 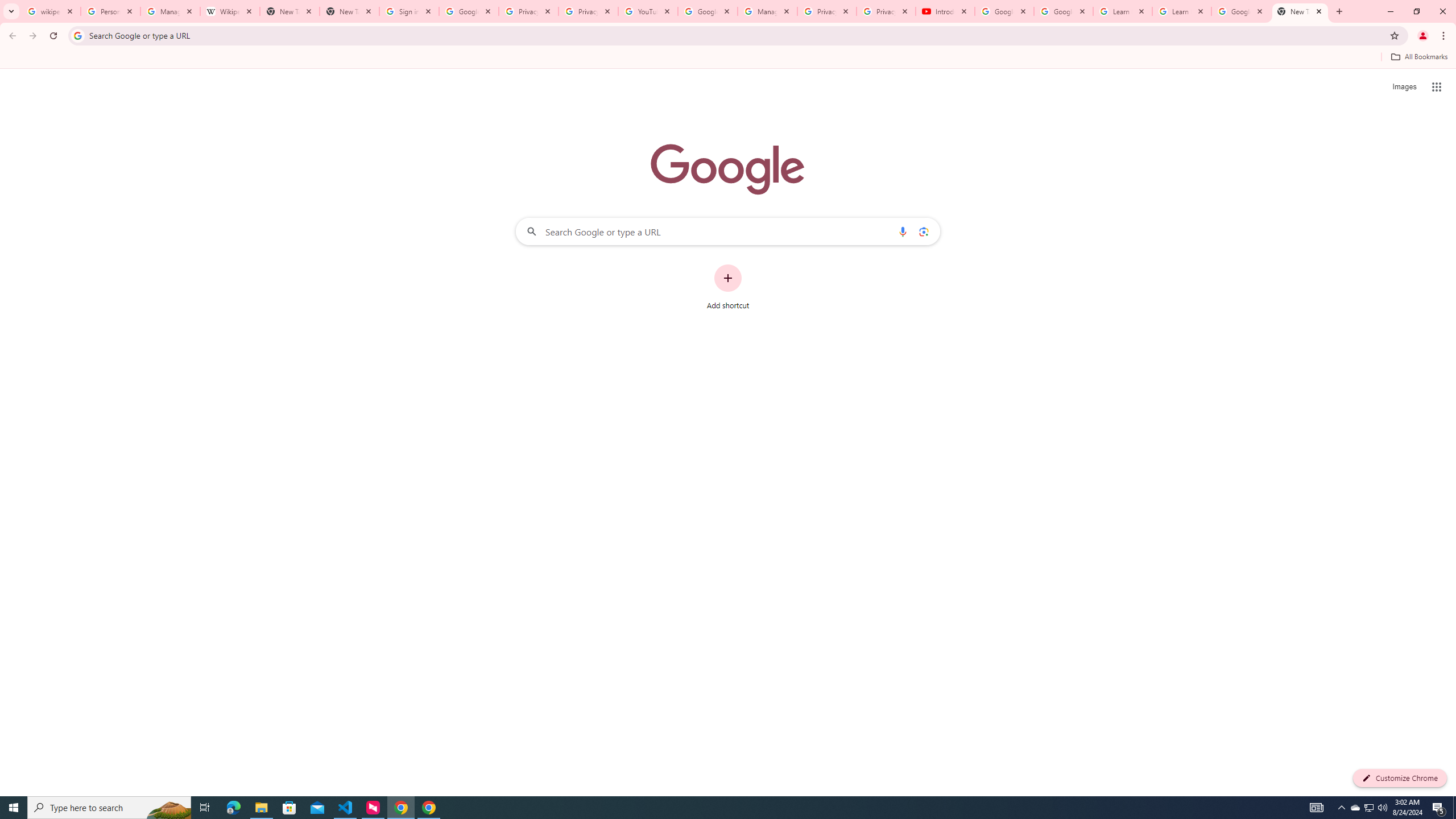 I want to click on 'Google Account Help', so click(x=1004, y=11).